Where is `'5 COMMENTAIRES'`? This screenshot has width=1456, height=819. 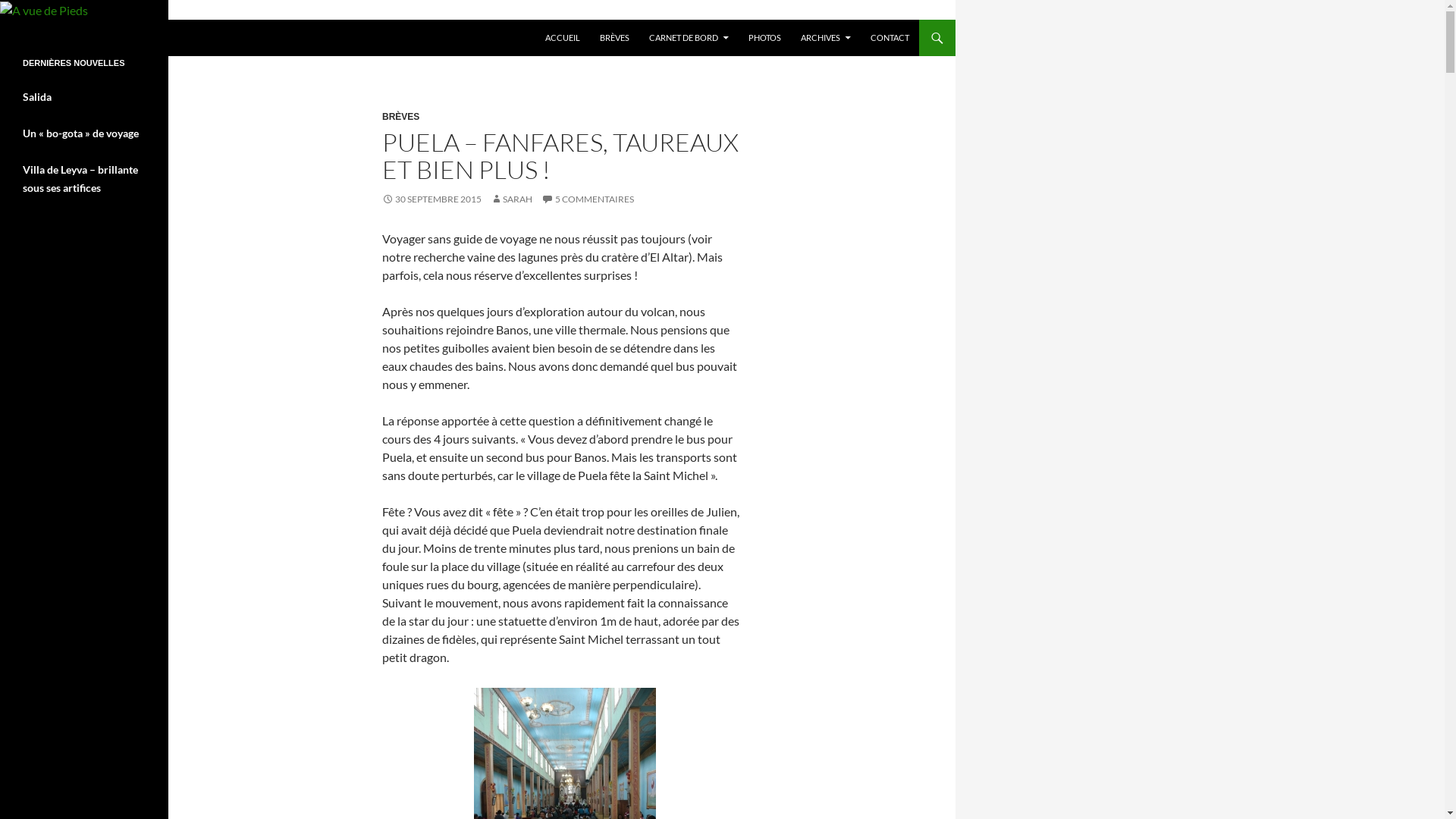
'5 COMMENTAIRES' is located at coordinates (586, 198).